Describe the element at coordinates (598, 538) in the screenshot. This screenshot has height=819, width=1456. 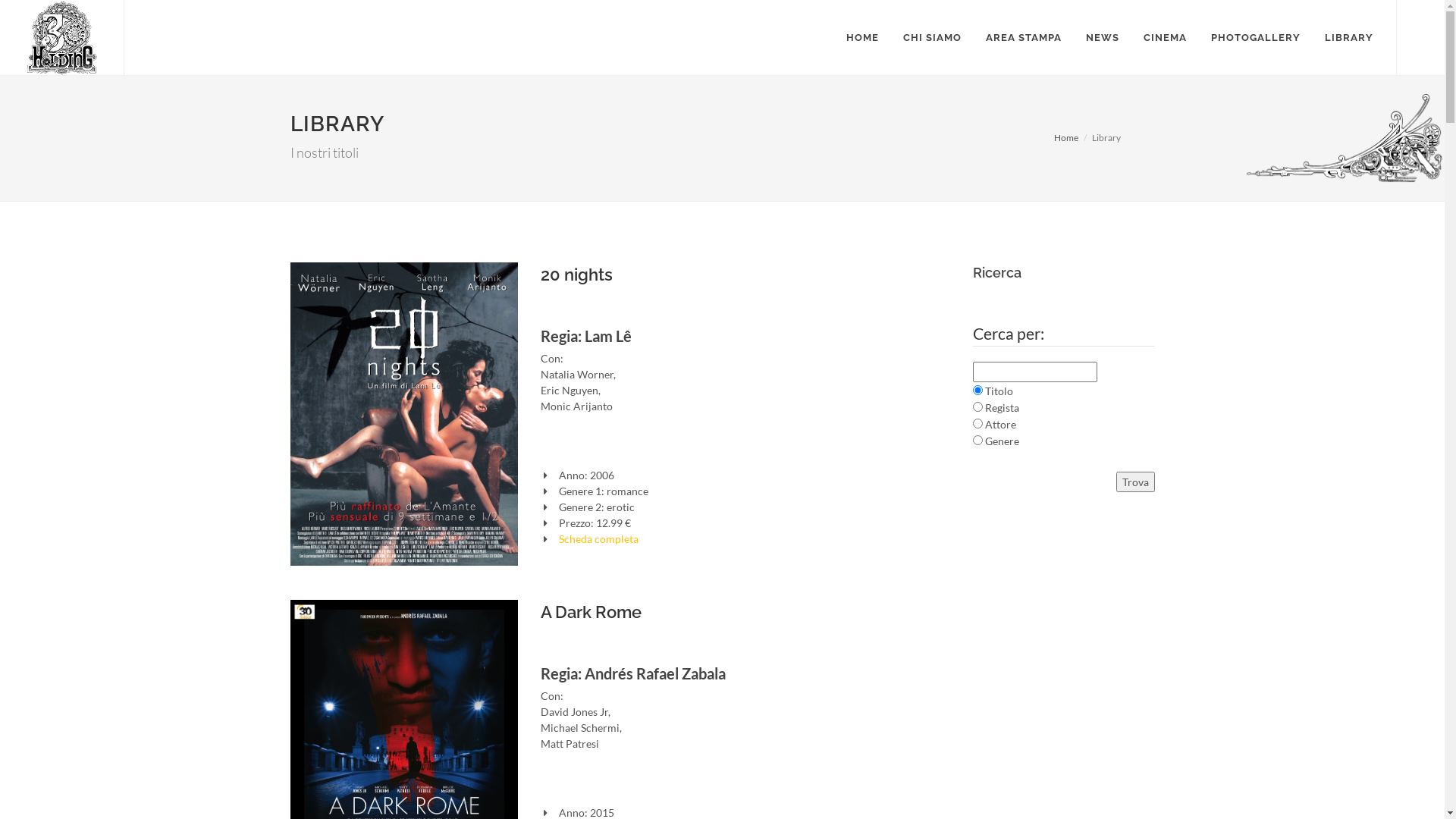
I see `'Scheda completa'` at that location.